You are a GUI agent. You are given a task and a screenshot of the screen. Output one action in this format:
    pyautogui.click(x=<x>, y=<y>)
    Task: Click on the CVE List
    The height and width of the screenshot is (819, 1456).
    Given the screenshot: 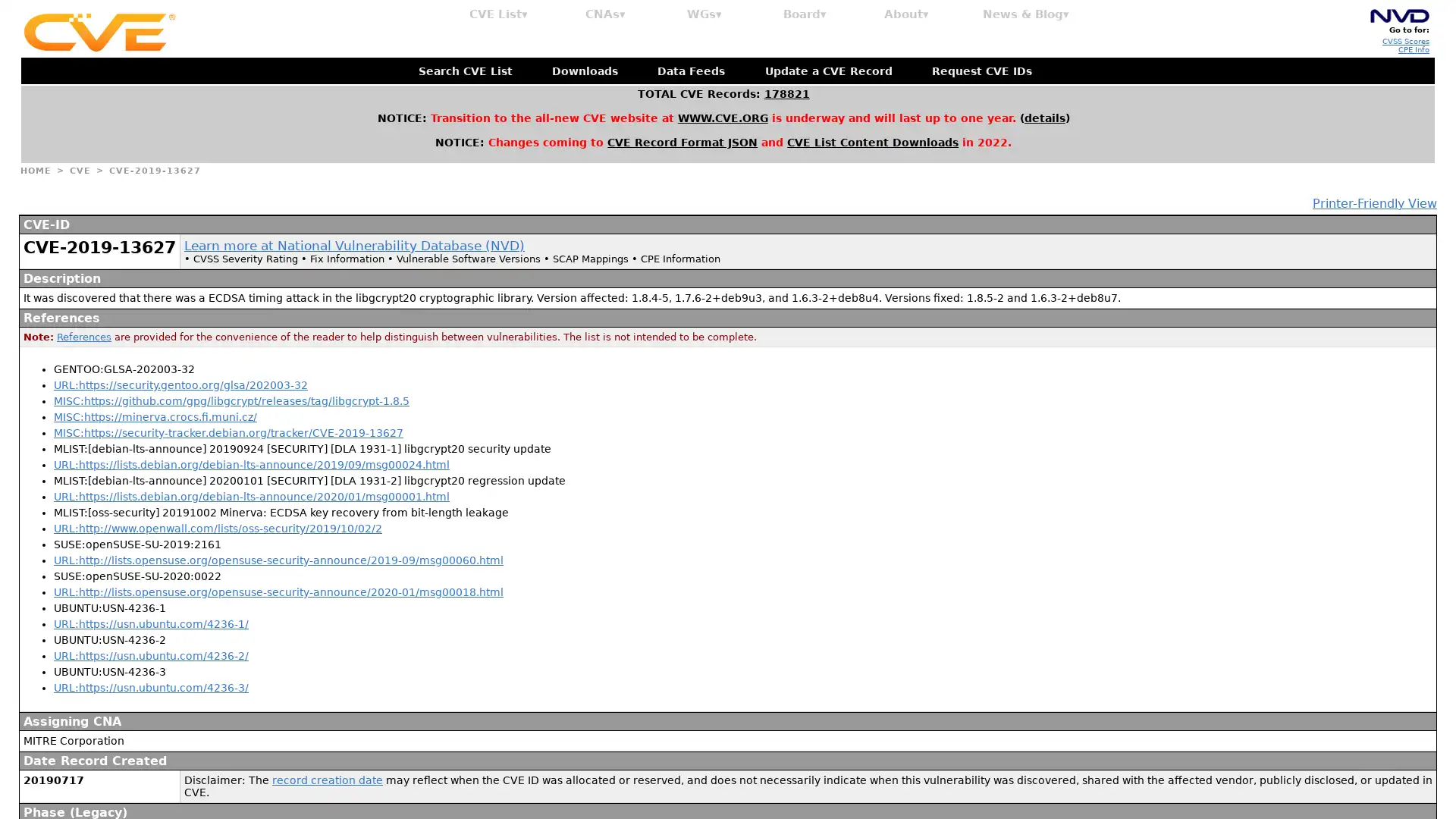 What is the action you would take?
    pyautogui.click(x=498, y=14)
    